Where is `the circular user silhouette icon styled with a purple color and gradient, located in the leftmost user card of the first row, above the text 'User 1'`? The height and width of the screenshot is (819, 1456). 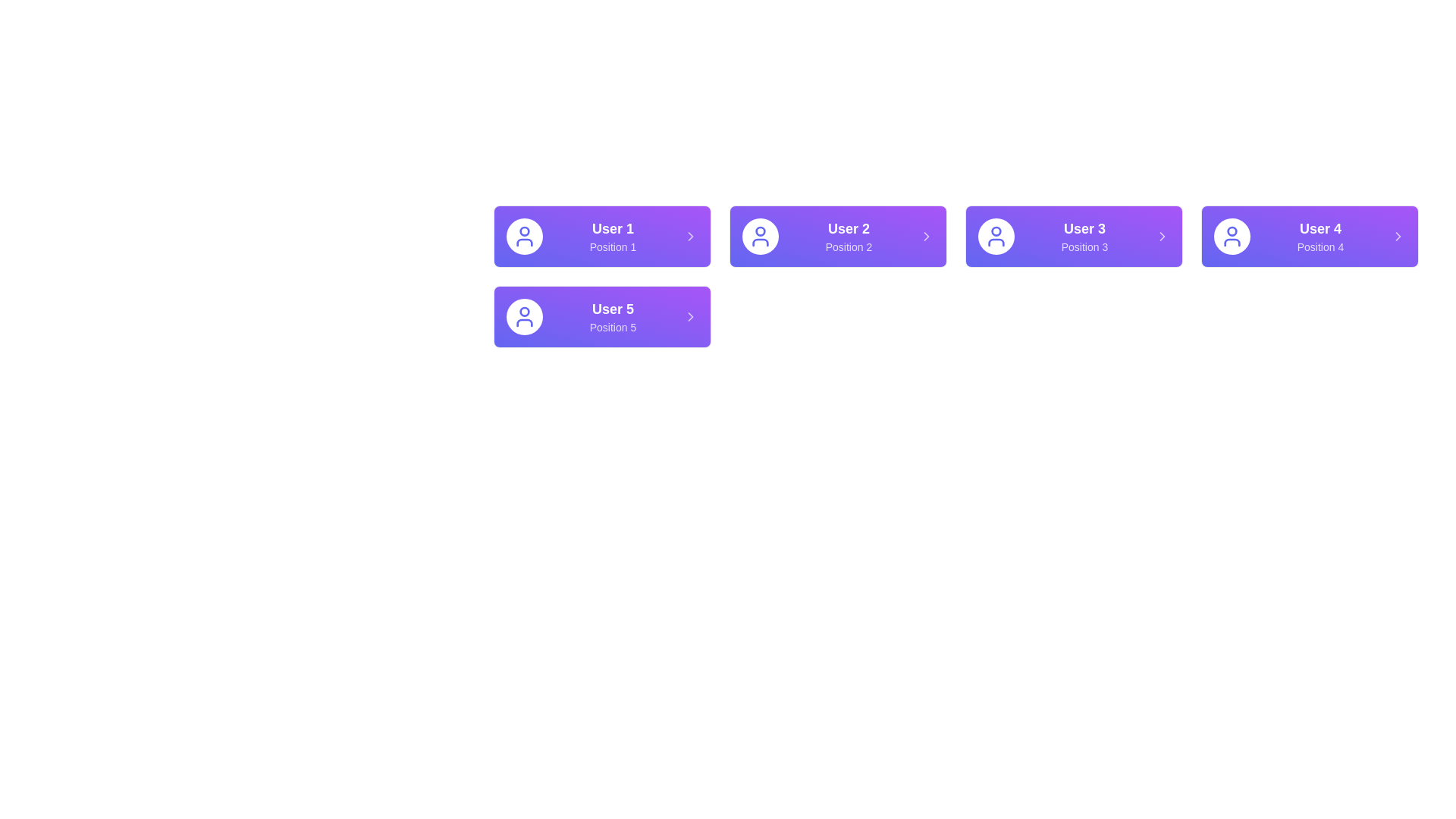 the circular user silhouette icon styled with a purple color and gradient, located in the leftmost user card of the first row, above the text 'User 1' is located at coordinates (524, 237).